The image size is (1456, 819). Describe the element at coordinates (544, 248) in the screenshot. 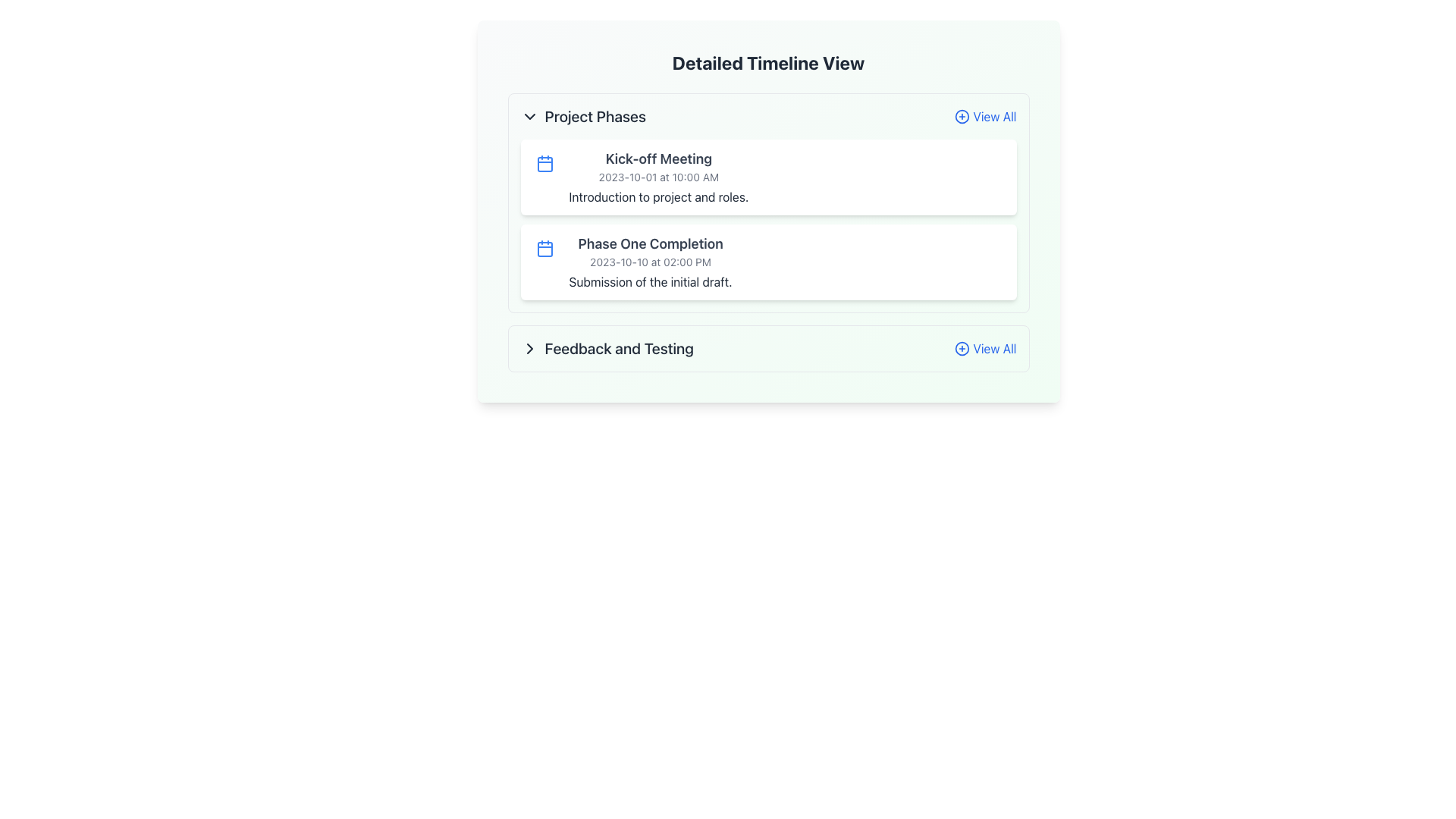

I see `the decorative graphical element of the calendar icon located within the second event card of the Project Phases section, next to the event title 'Phase One Completion.'` at that location.